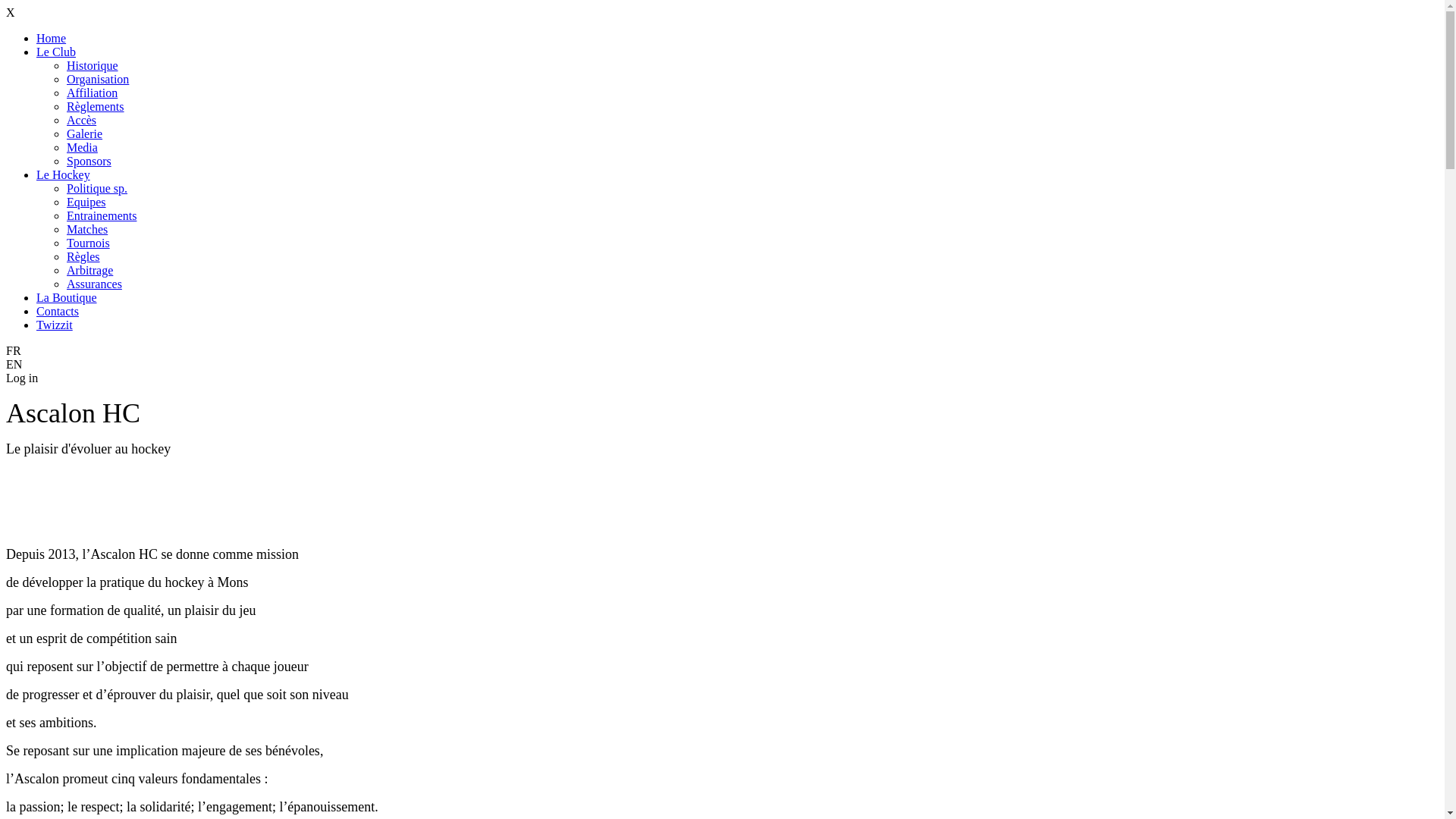 This screenshot has height=819, width=1456. I want to click on 'Assurances', so click(93, 284).